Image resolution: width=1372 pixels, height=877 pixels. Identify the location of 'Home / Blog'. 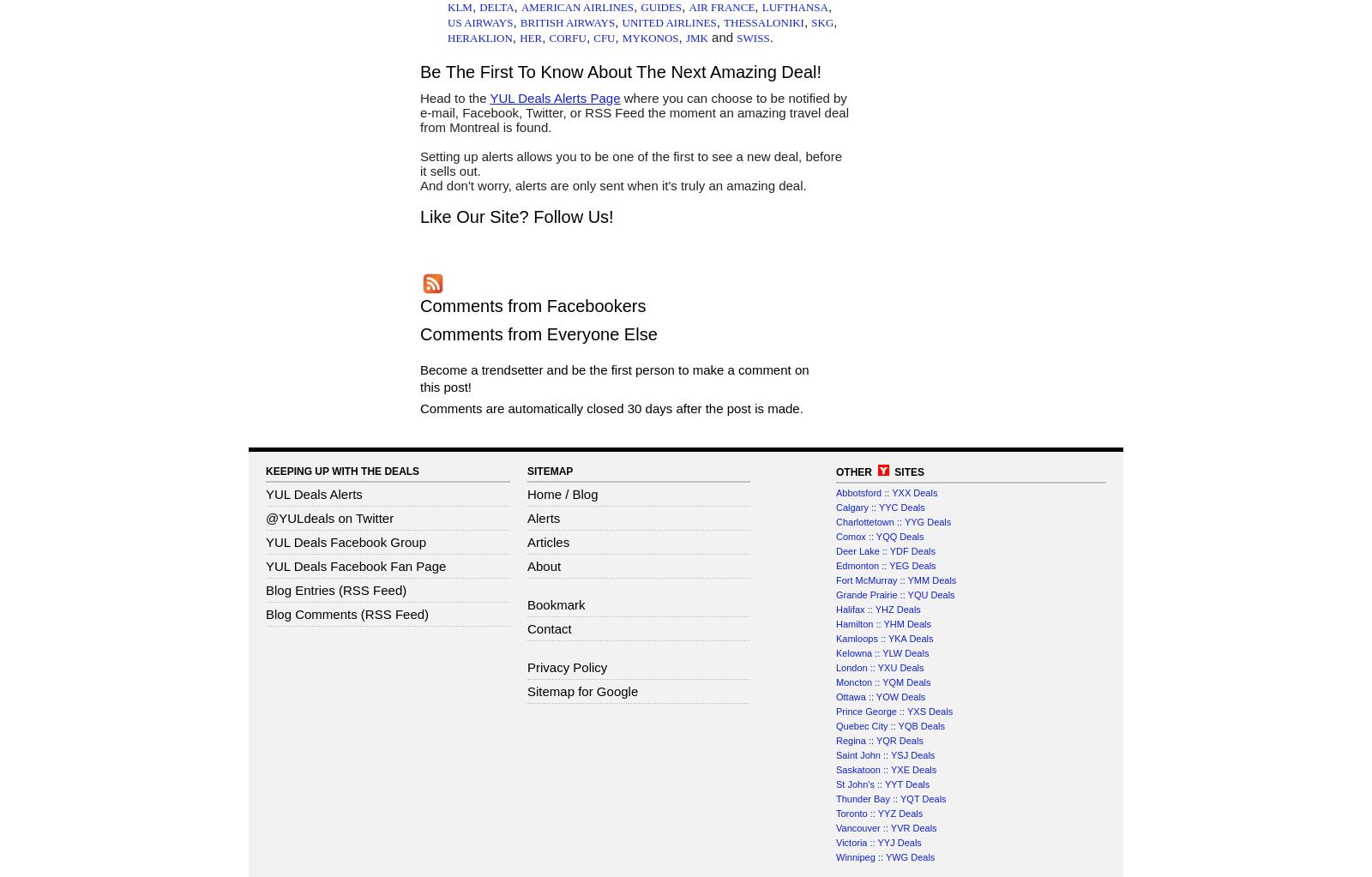
(563, 493).